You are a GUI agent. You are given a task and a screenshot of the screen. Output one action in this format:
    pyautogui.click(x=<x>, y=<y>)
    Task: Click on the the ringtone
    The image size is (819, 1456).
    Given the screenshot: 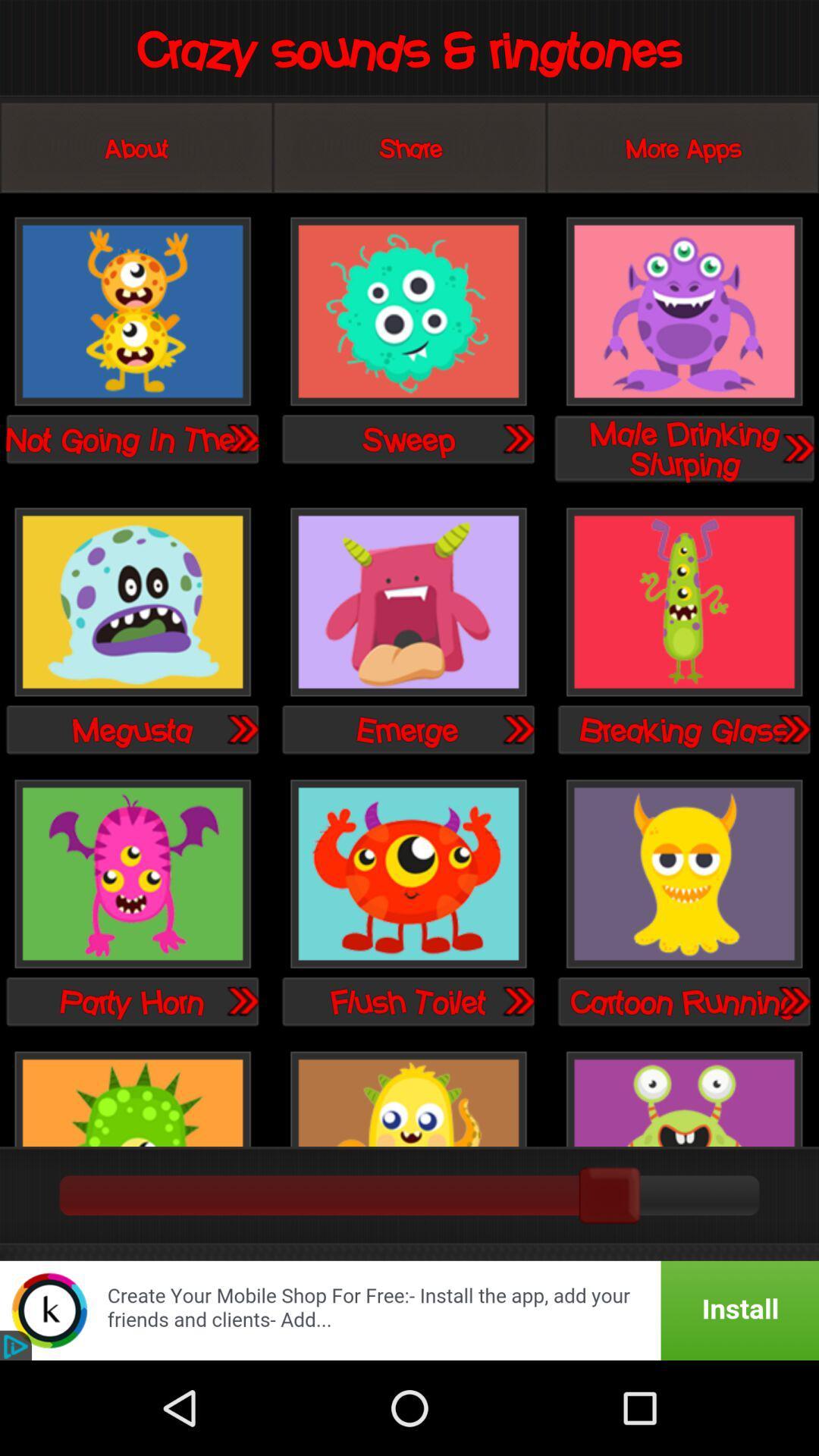 What is the action you would take?
    pyautogui.click(x=132, y=602)
    